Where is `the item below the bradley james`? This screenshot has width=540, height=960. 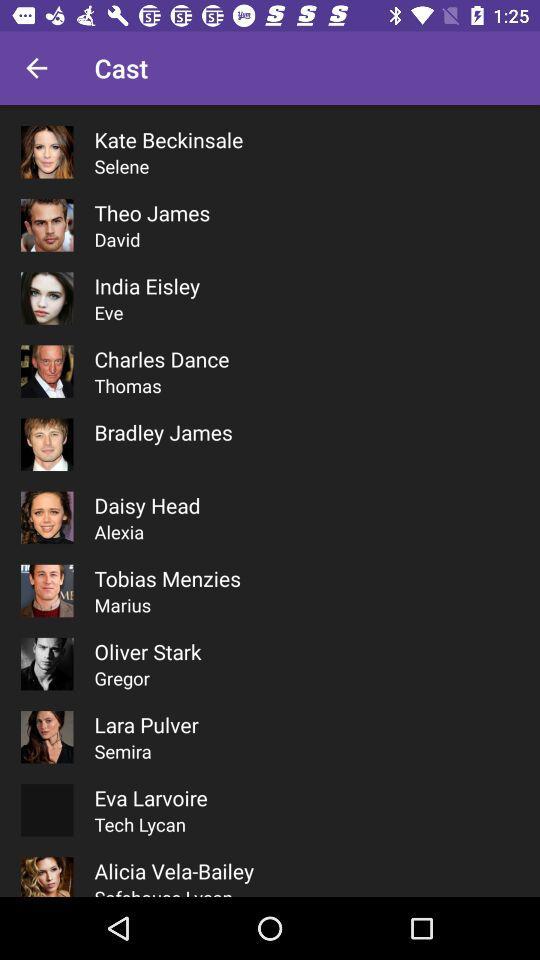 the item below the bradley james is located at coordinates (146, 504).